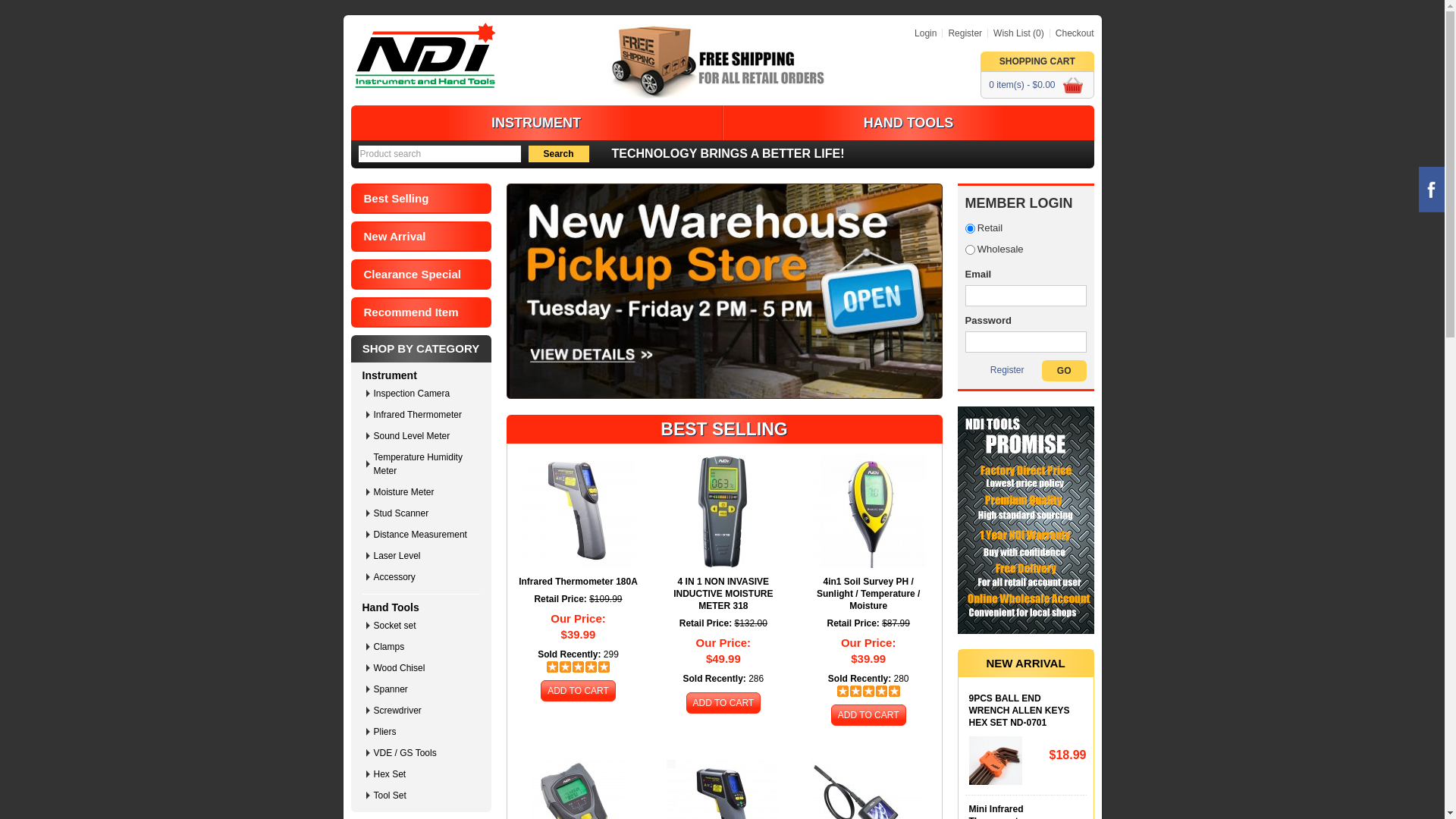  What do you see at coordinates (424, 393) in the screenshot?
I see `'Inspection Camera'` at bounding box center [424, 393].